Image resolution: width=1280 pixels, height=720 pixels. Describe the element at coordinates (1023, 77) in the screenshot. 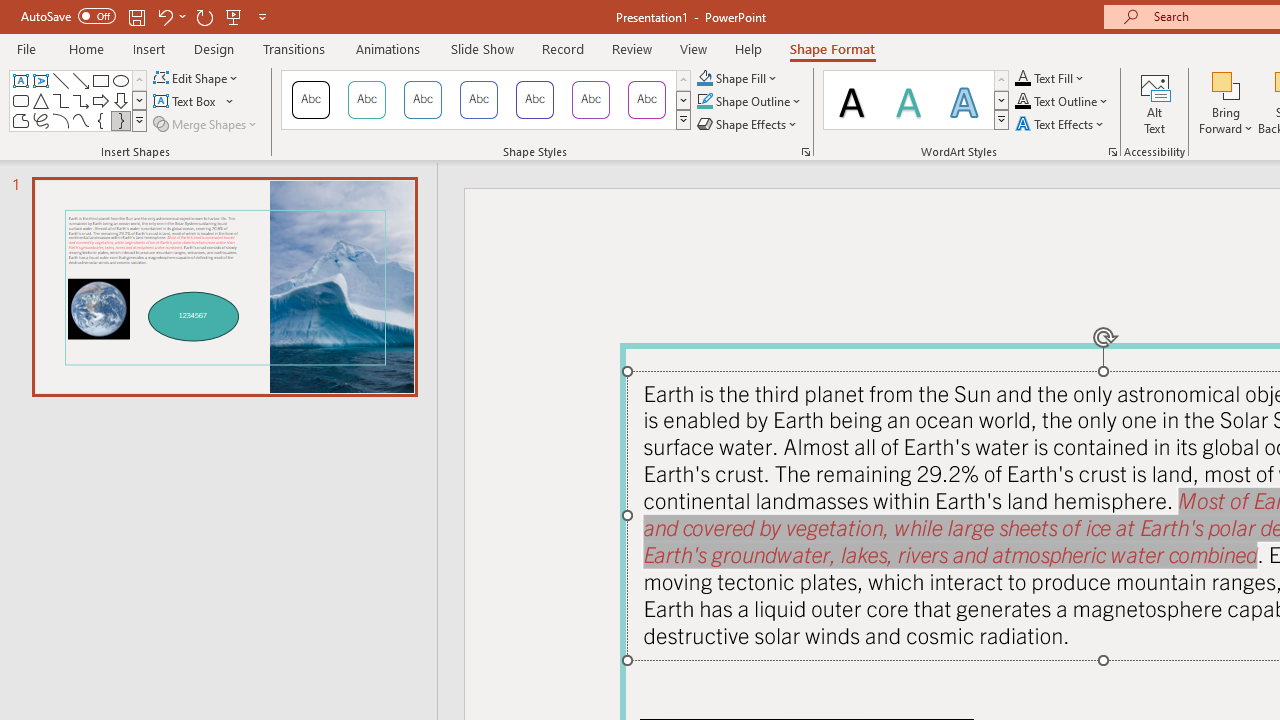

I see `'Text Fill RGB(0, 0, 0)'` at that location.